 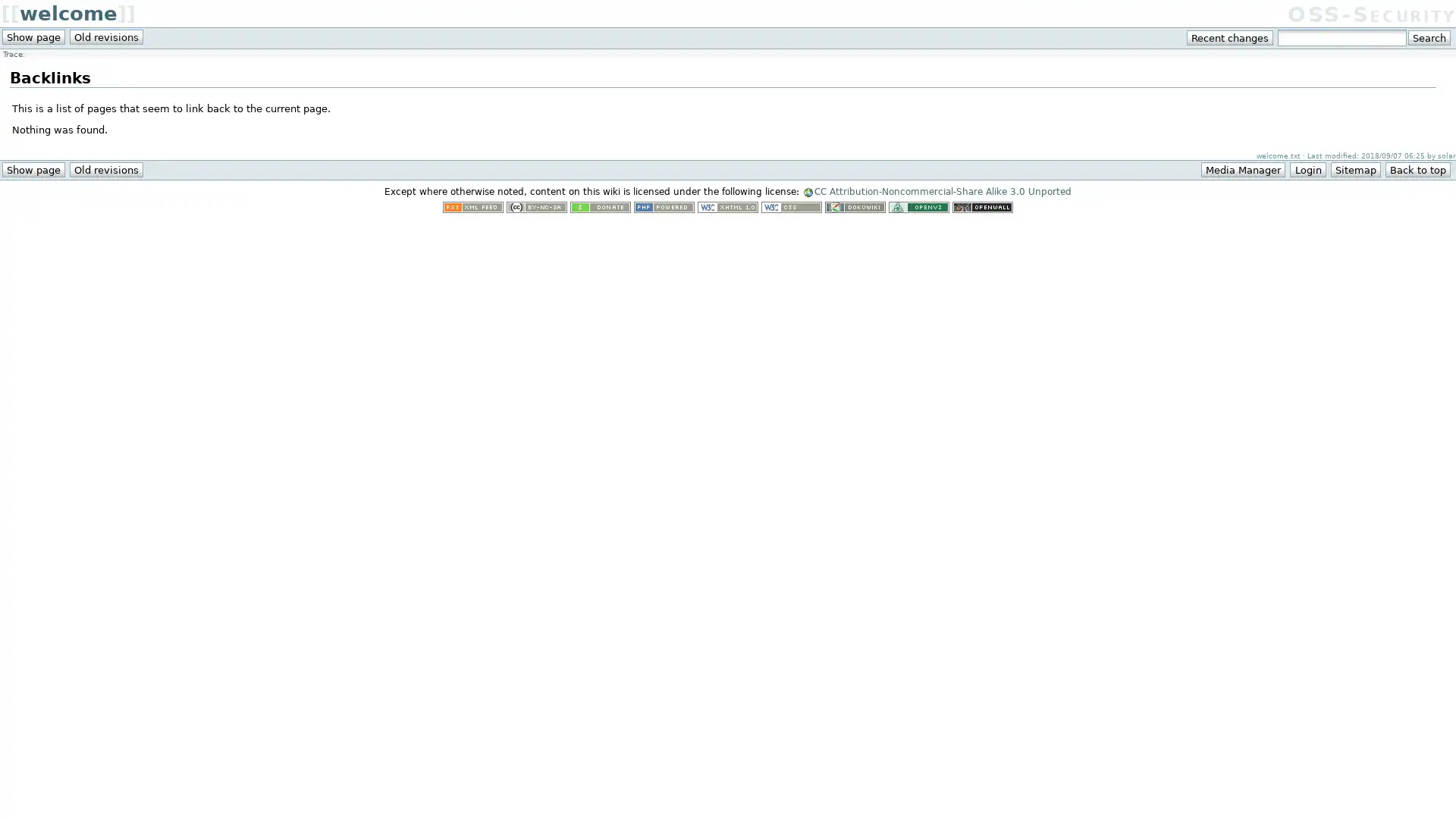 What do you see at coordinates (1243, 169) in the screenshot?
I see `Media Manager` at bounding box center [1243, 169].